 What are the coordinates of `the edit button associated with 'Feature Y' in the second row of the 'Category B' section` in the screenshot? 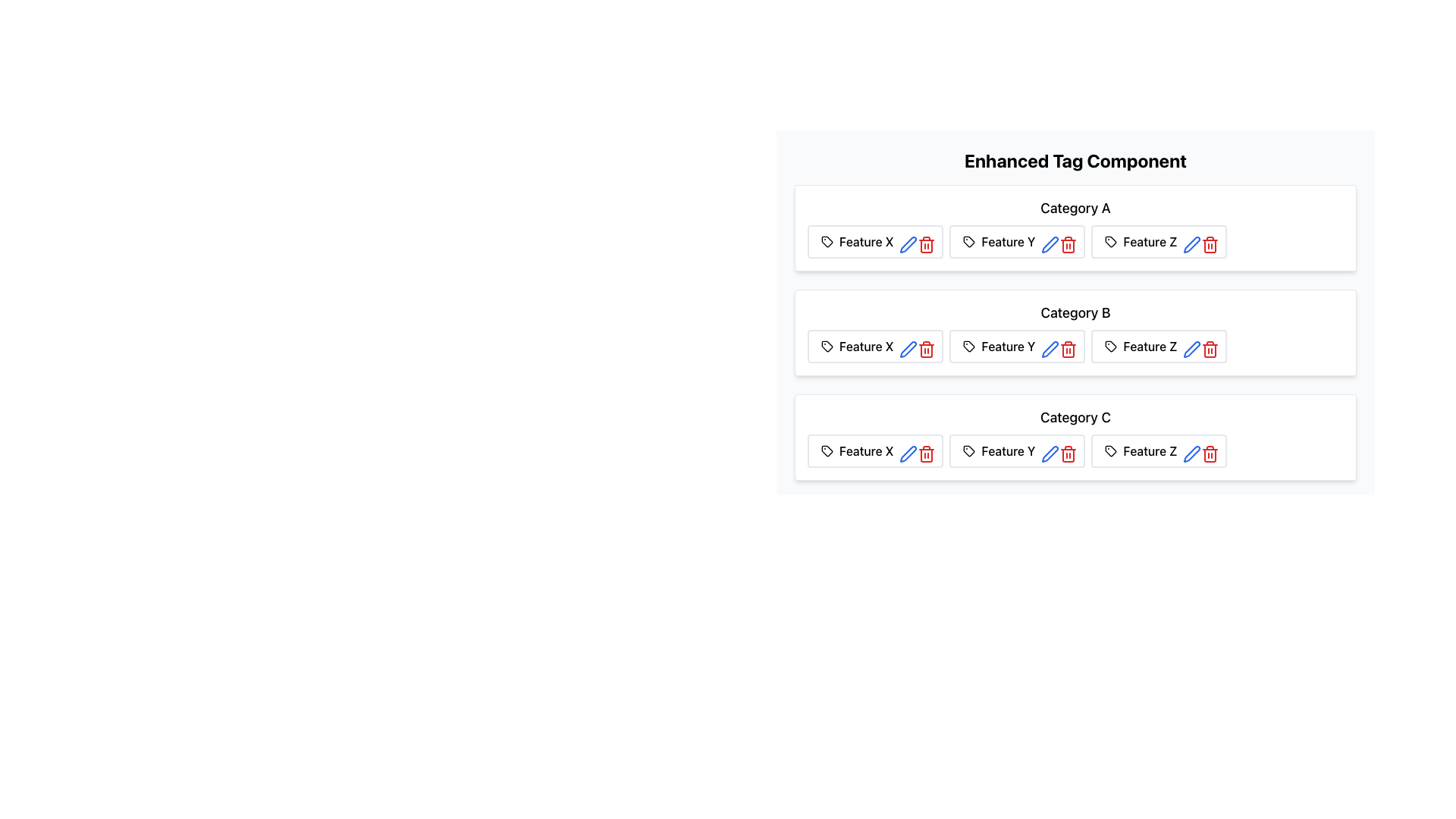 It's located at (1046, 346).